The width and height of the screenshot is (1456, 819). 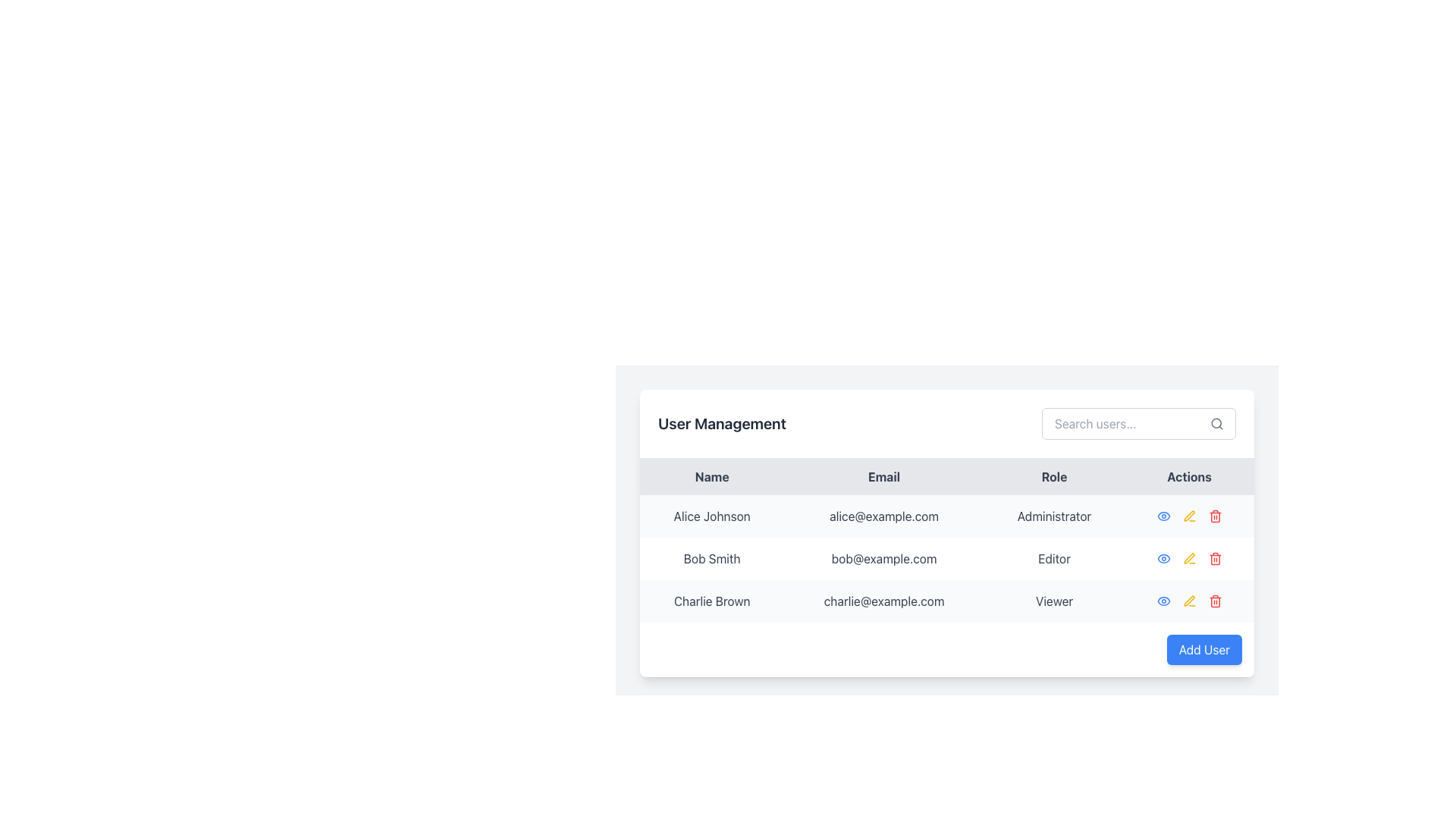 What do you see at coordinates (1188, 558) in the screenshot?
I see `the 'Edit' icon button located in the 'Actions' column for the user 'Bob Smith'` at bounding box center [1188, 558].